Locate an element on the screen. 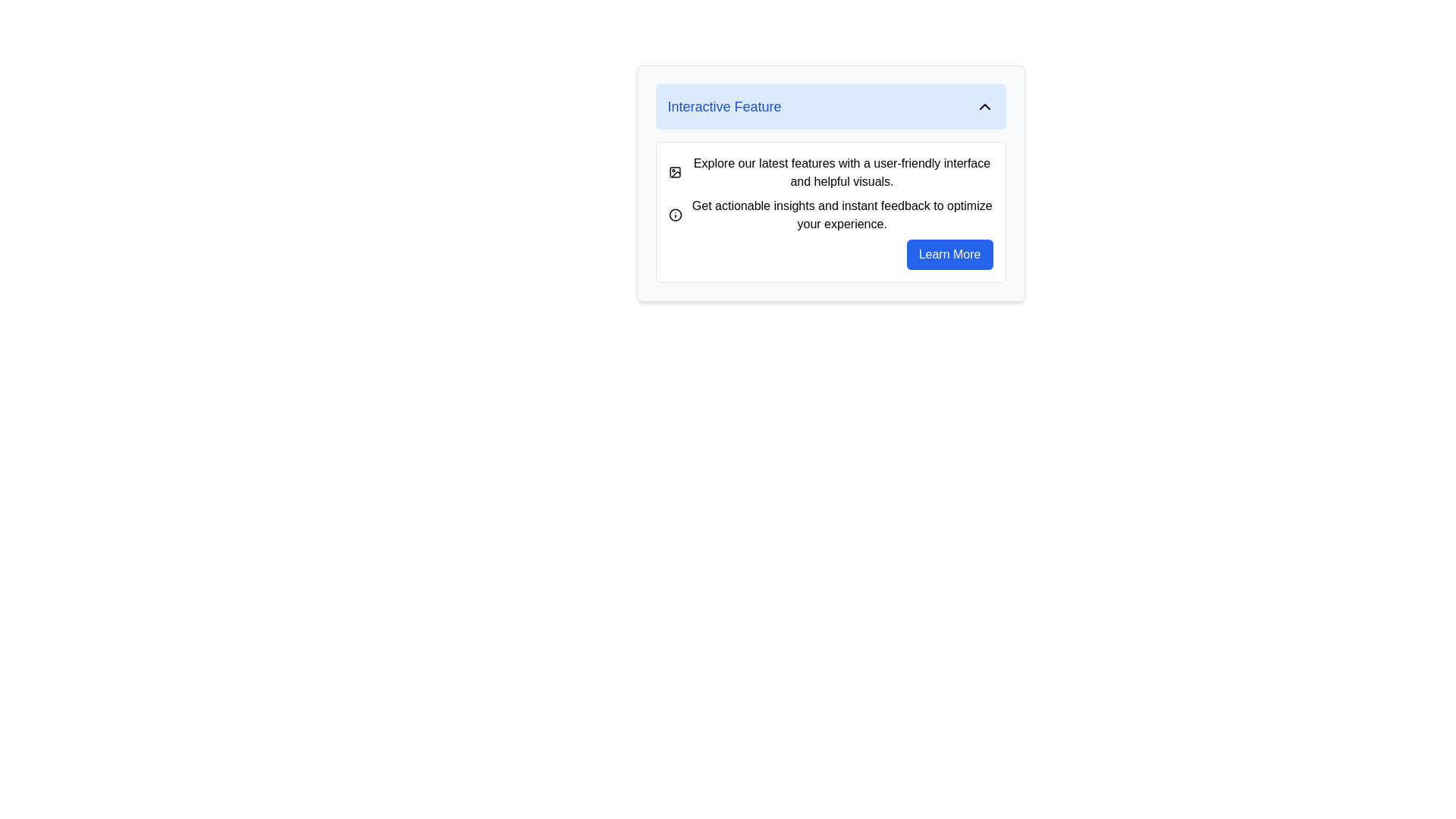 The height and width of the screenshot is (819, 1456). the circle vector graphic element that enhances the informational icon within the card-like interface, located near the top-right of the text block under the heading 'Interactive Feature' is located at coordinates (674, 215).